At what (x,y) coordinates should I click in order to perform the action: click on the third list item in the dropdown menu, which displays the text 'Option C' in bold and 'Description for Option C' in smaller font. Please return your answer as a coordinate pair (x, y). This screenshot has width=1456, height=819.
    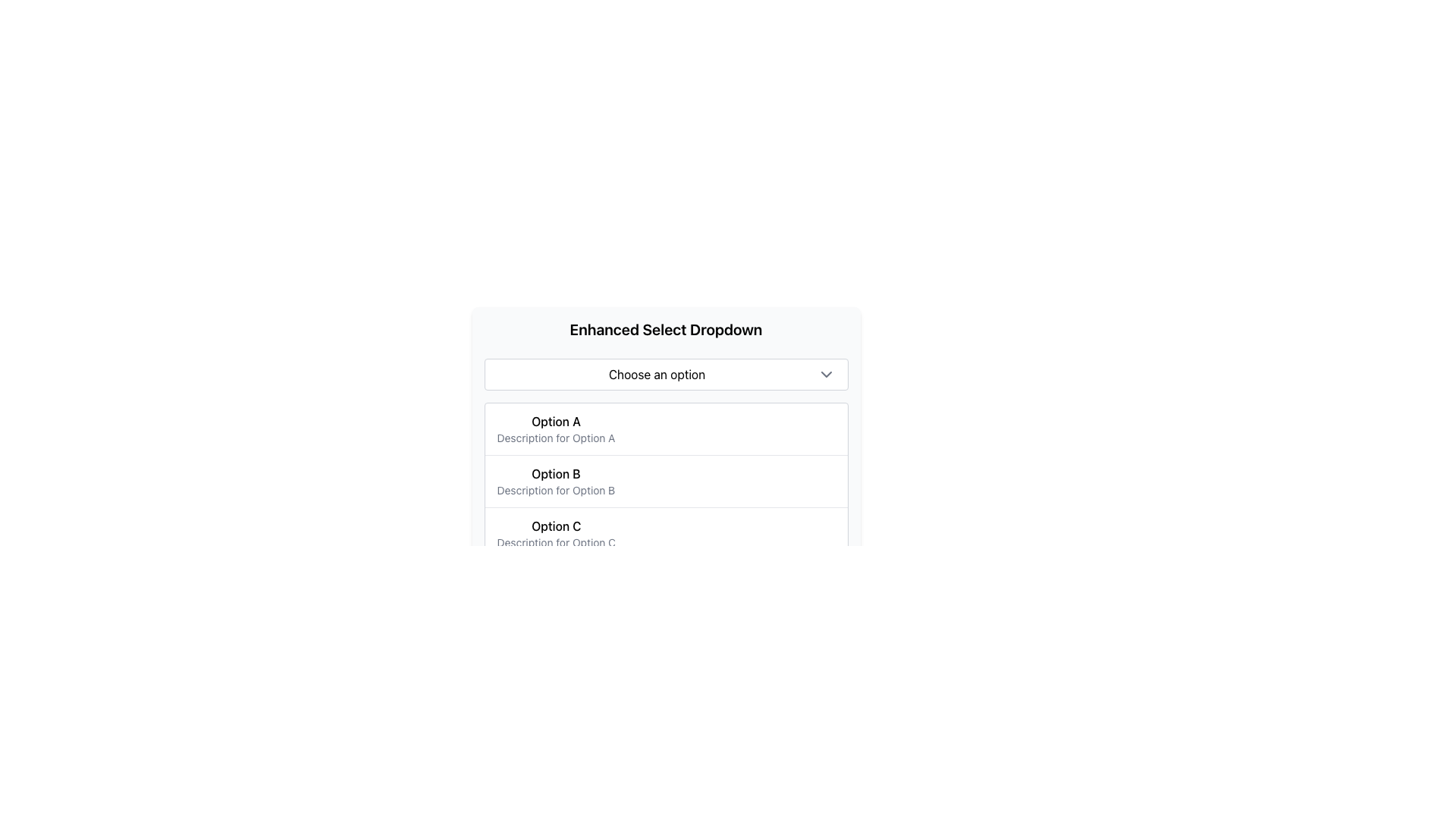
    Looking at the image, I should click on (561, 533).